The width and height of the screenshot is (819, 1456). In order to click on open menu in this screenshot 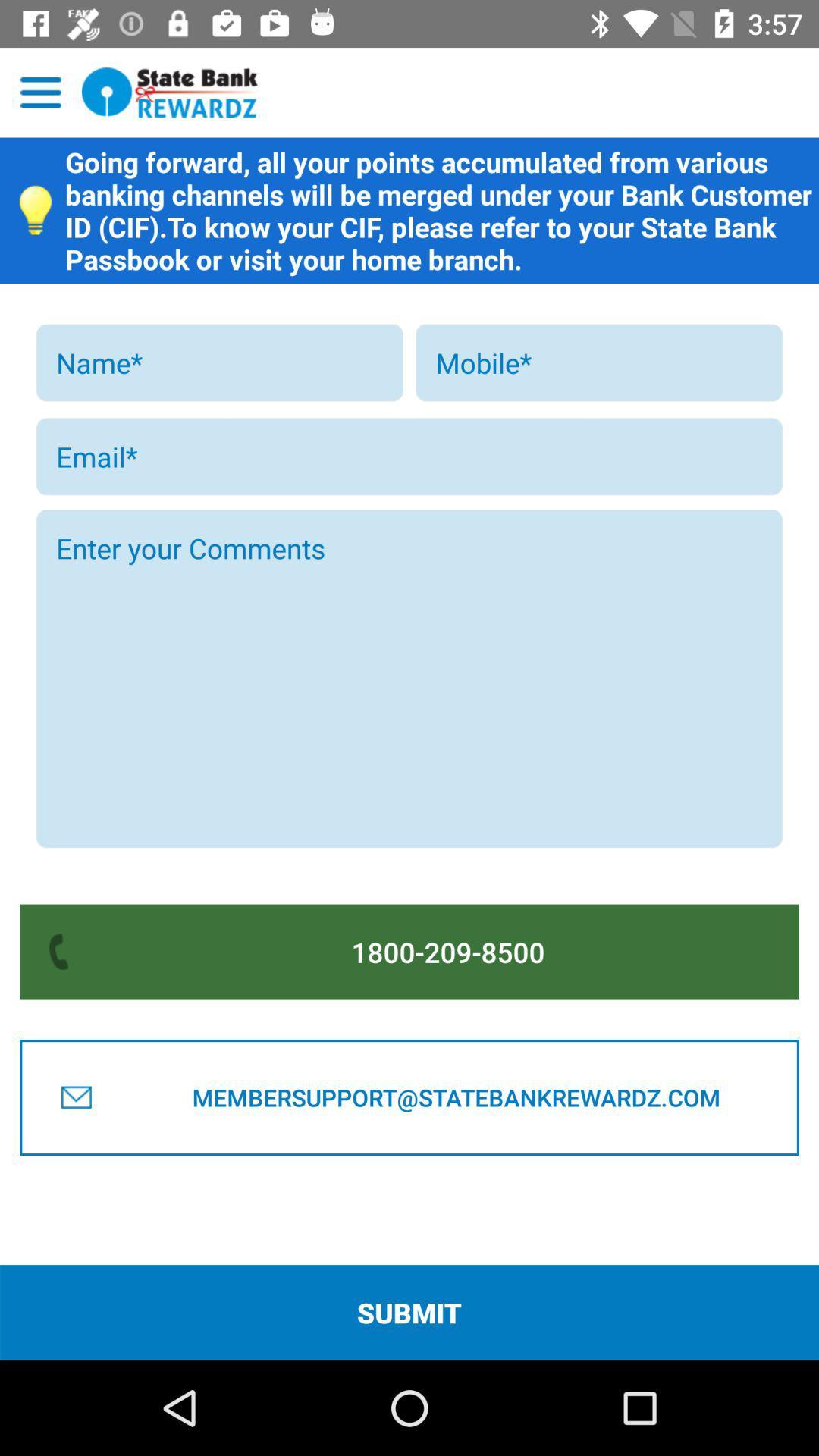, I will do `click(40, 92)`.